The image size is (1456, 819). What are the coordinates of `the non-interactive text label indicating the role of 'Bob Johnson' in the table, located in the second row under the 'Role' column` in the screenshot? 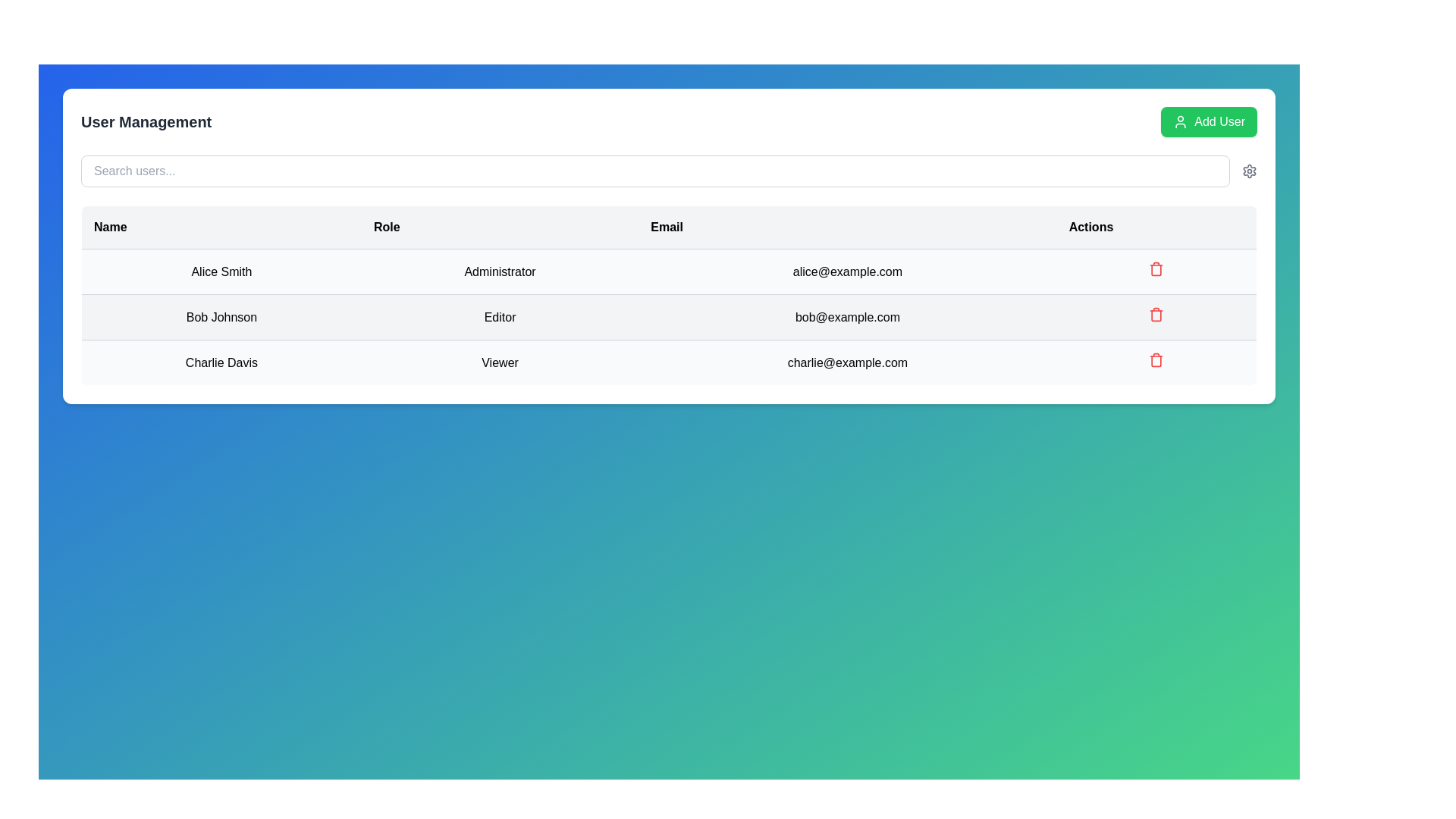 It's located at (500, 316).